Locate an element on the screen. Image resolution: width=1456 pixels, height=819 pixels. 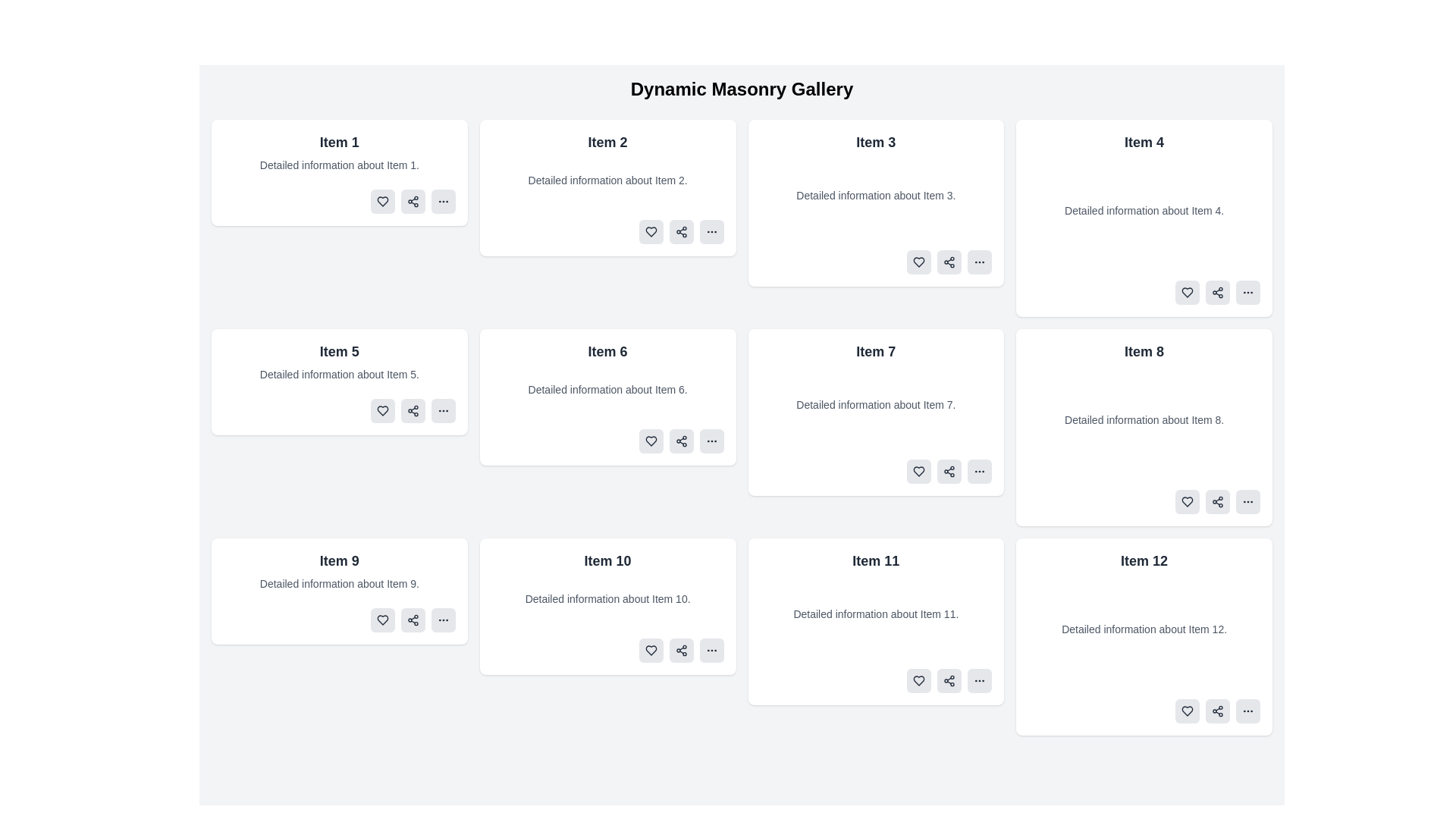
the heart-shaped icon button with a hollow center, styled with a dark outline, located in the action toolbar below the 'Item 4' section is located at coordinates (1186, 292).